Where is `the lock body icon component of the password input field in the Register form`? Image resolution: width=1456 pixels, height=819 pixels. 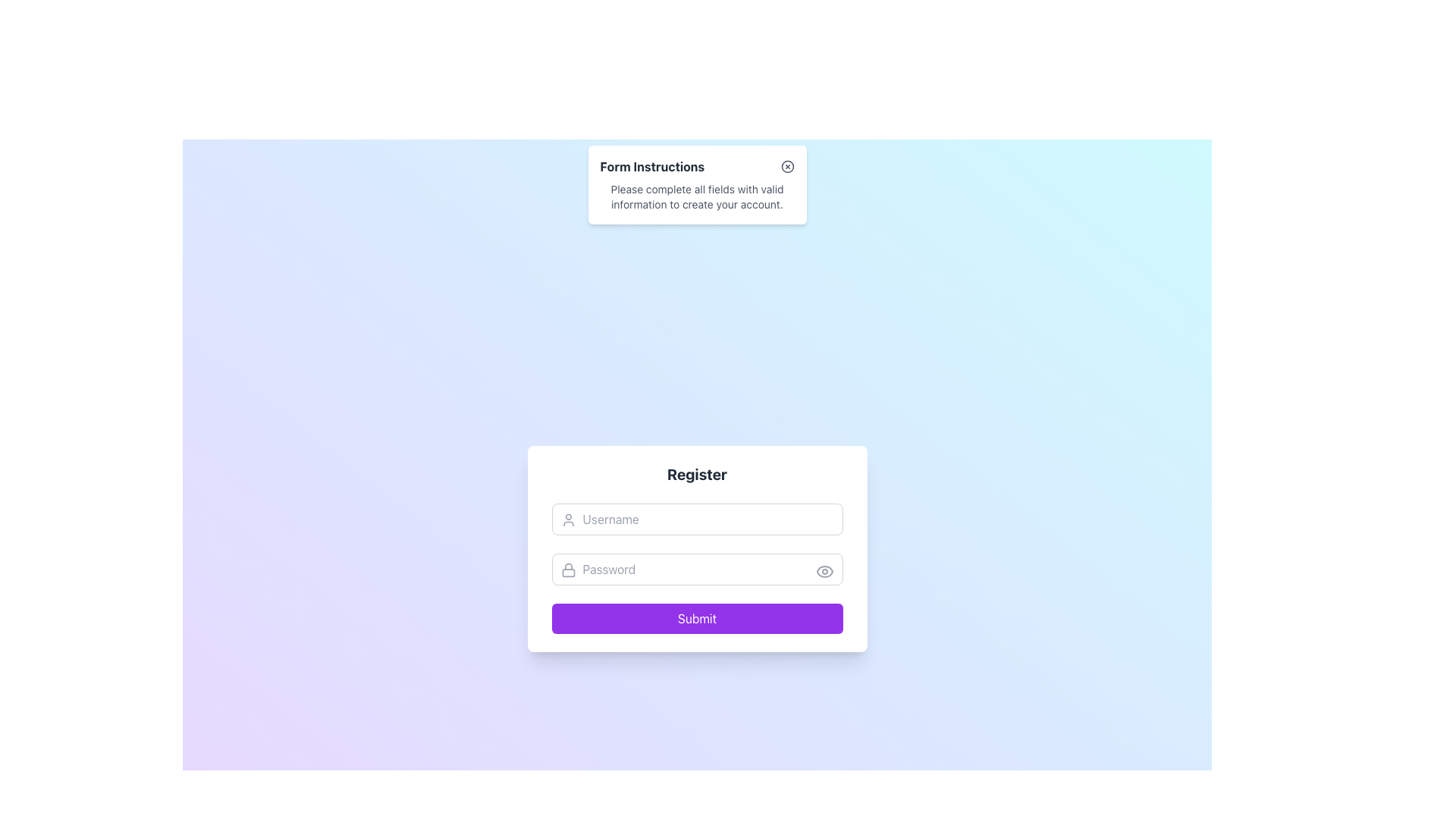
the lock body icon component of the password input field in the Register form is located at coordinates (567, 573).